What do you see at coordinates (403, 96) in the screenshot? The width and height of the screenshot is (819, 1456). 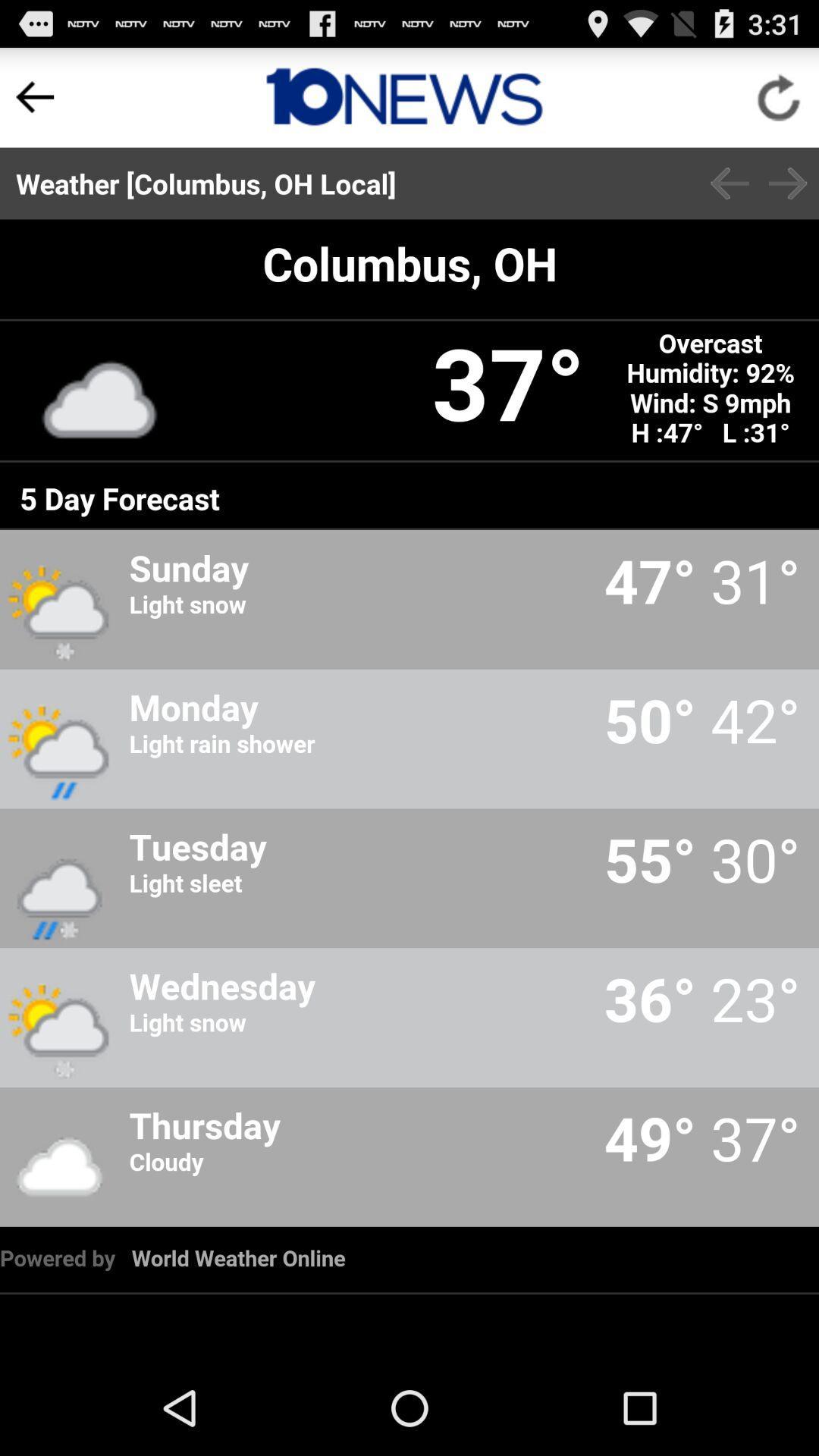 I see `to advertisement box` at bounding box center [403, 96].